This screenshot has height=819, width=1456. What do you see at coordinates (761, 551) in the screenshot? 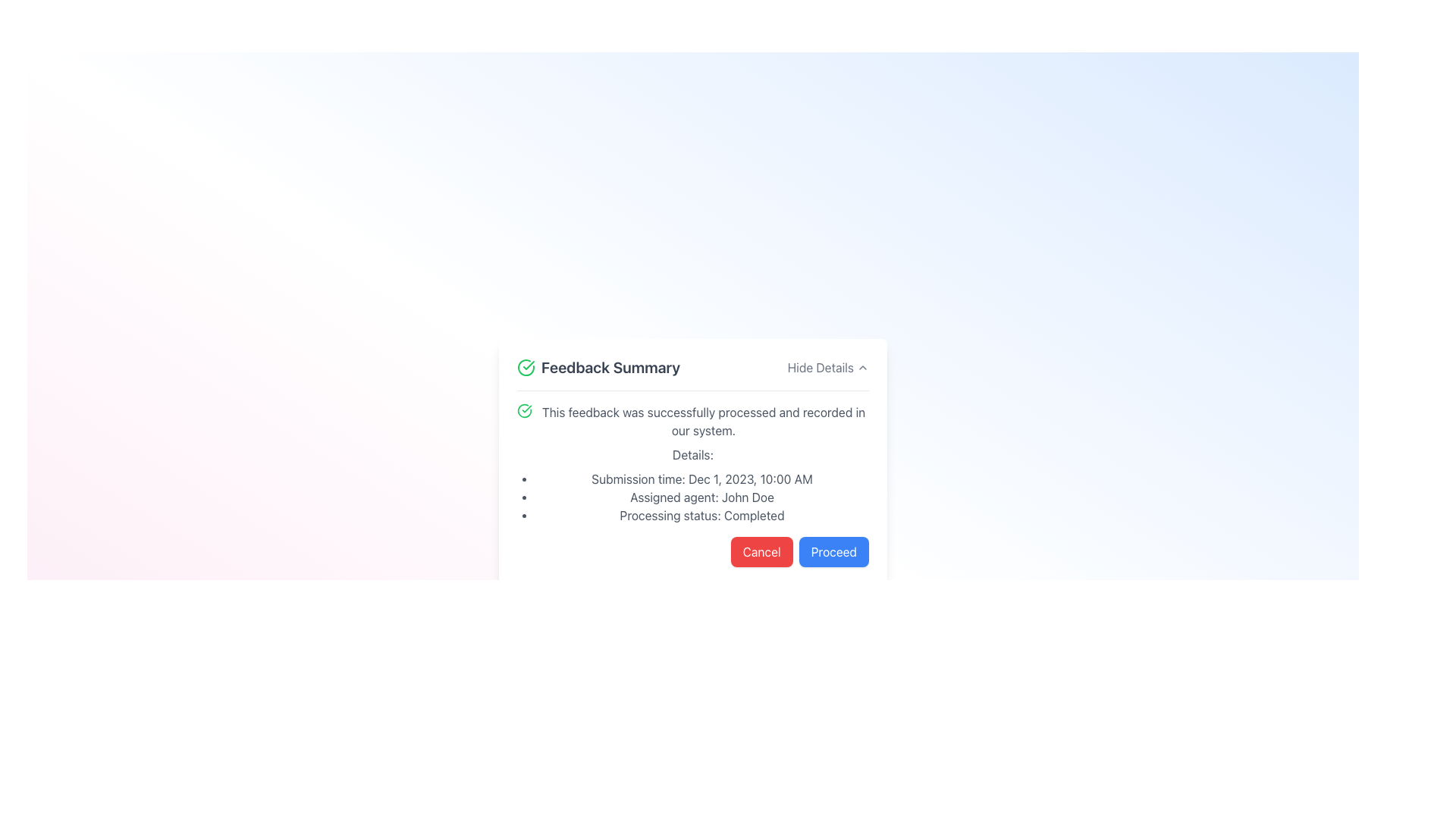
I see `the cancel button located on the bottom section of the feedback summary modal` at bounding box center [761, 551].